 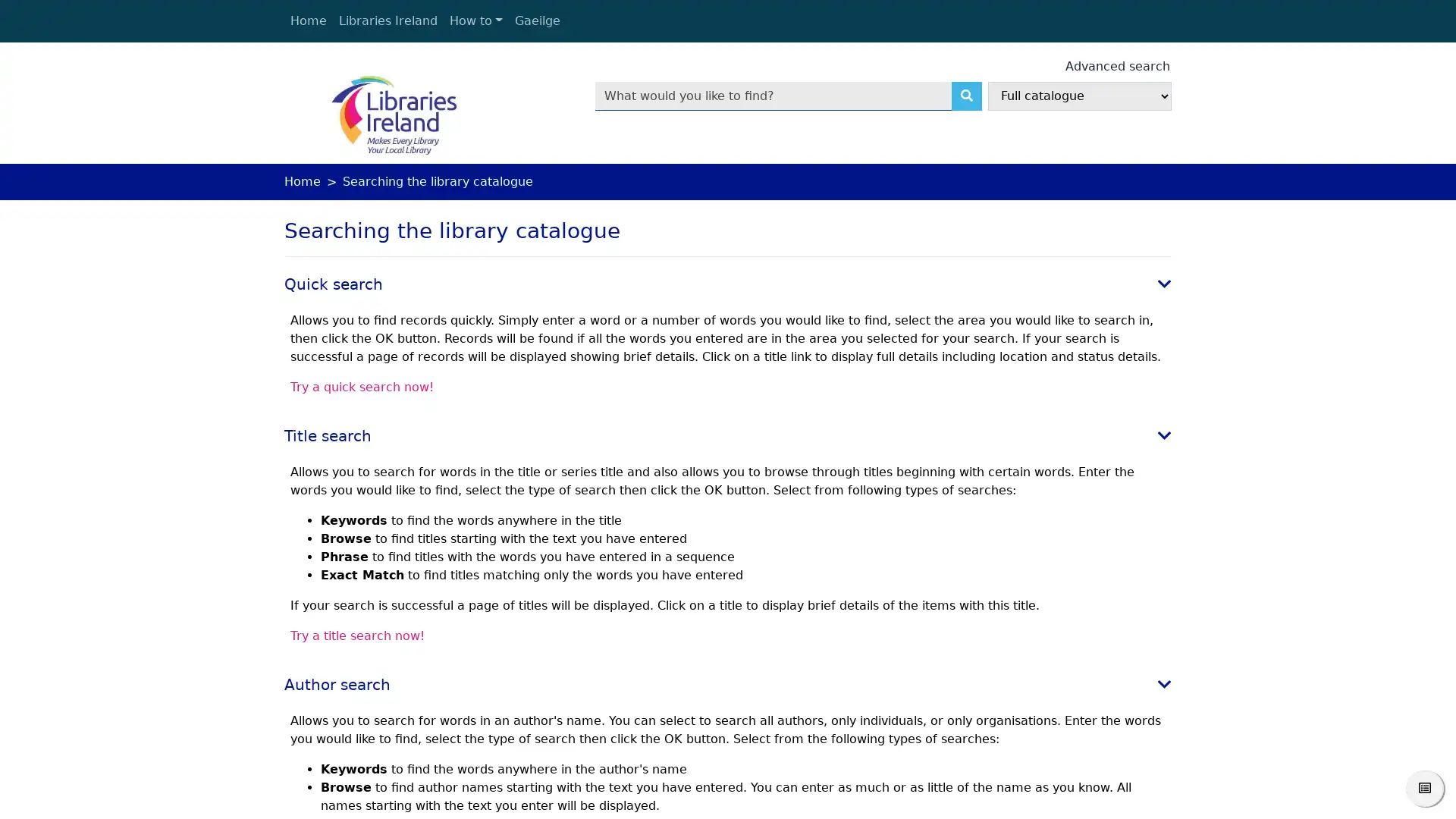 I want to click on Quick search, so click(x=728, y=284).